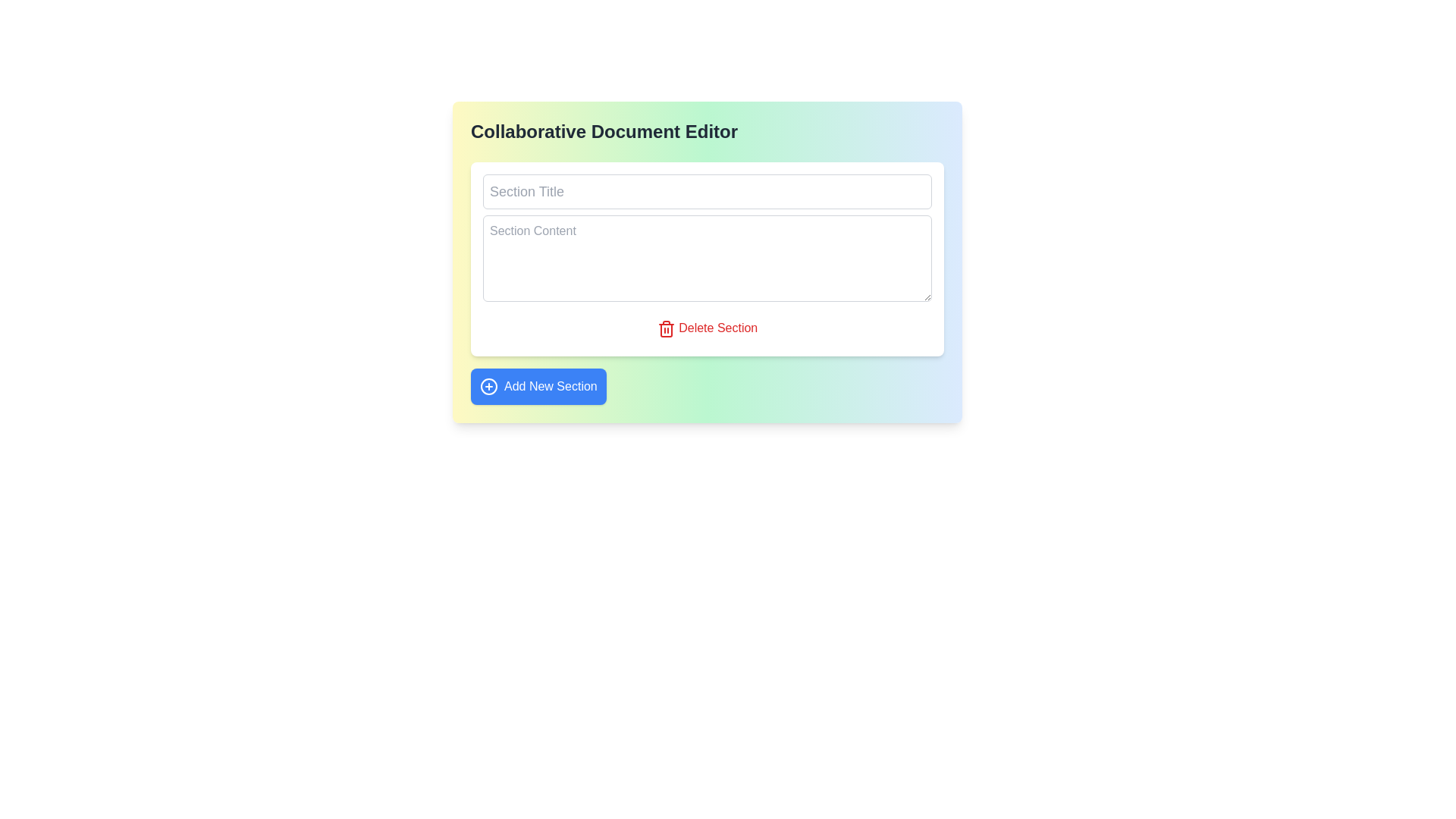 This screenshot has width=1456, height=819. I want to click on the button located at the bottom-left of the 'Collaborative Document Editor' panel, so click(538, 385).